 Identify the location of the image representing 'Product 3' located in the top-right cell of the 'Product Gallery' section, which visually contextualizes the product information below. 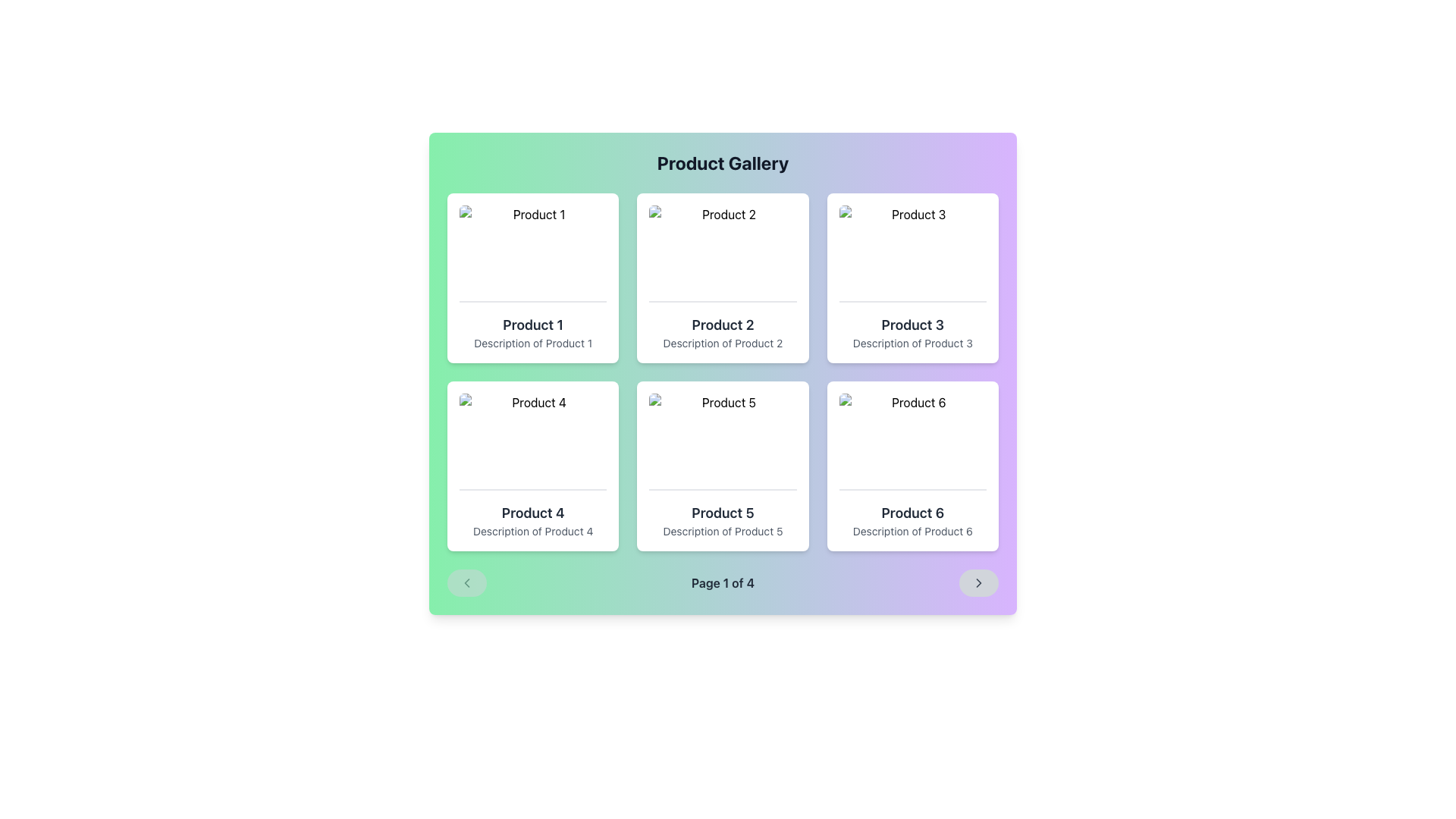
(912, 253).